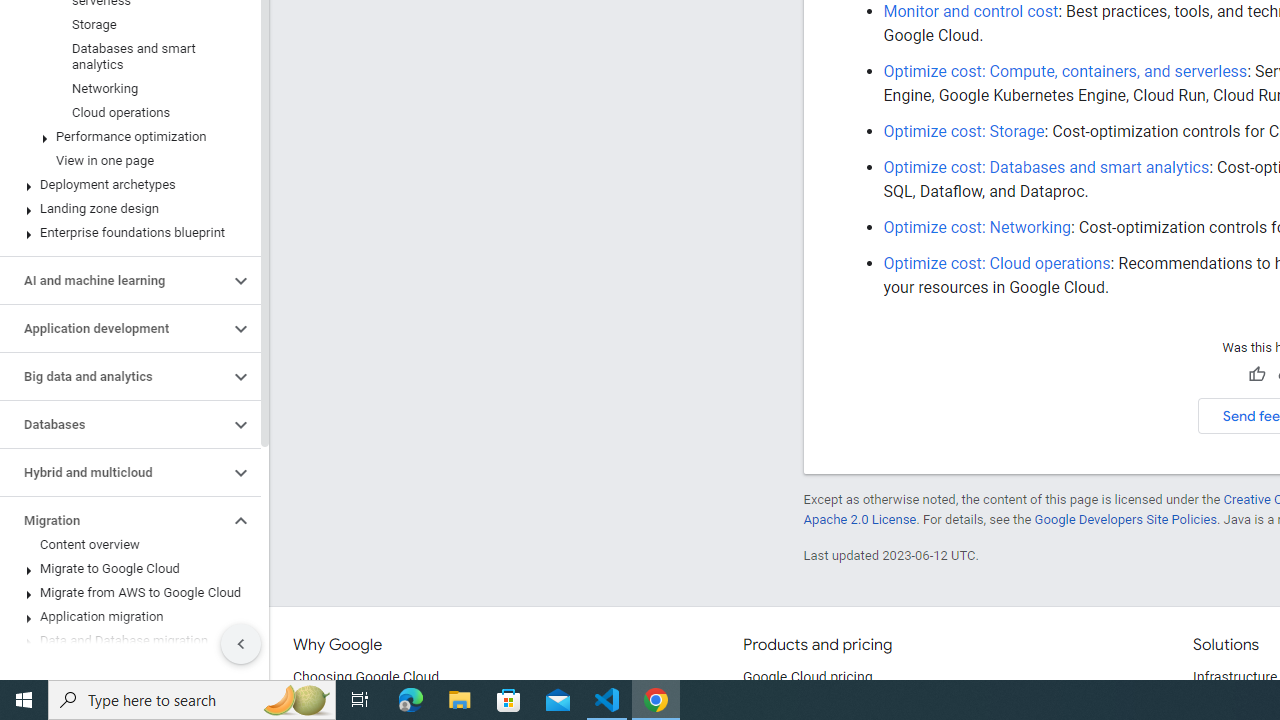 This screenshot has width=1280, height=720. What do you see at coordinates (1255, 375) in the screenshot?
I see `'Helpful'` at bounding box center [1255, 375].